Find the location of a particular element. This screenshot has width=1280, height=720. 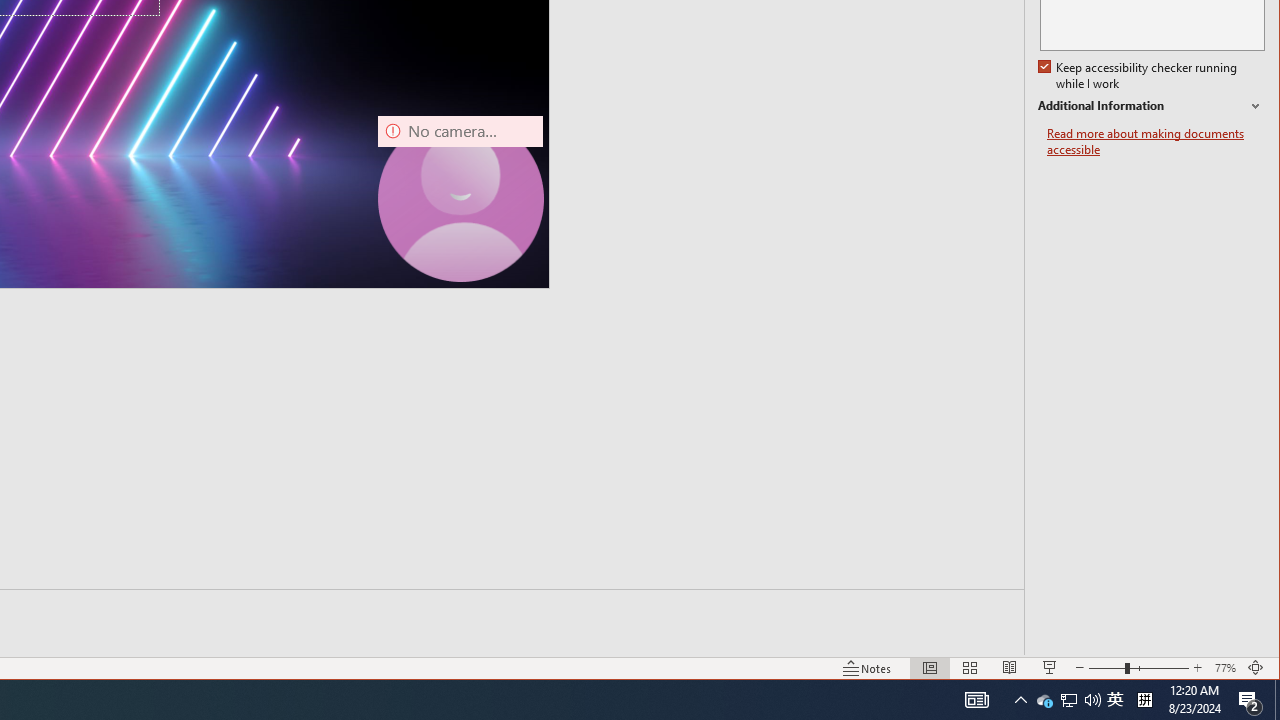

'Additional Information' is located at coordinates (1151, 106).